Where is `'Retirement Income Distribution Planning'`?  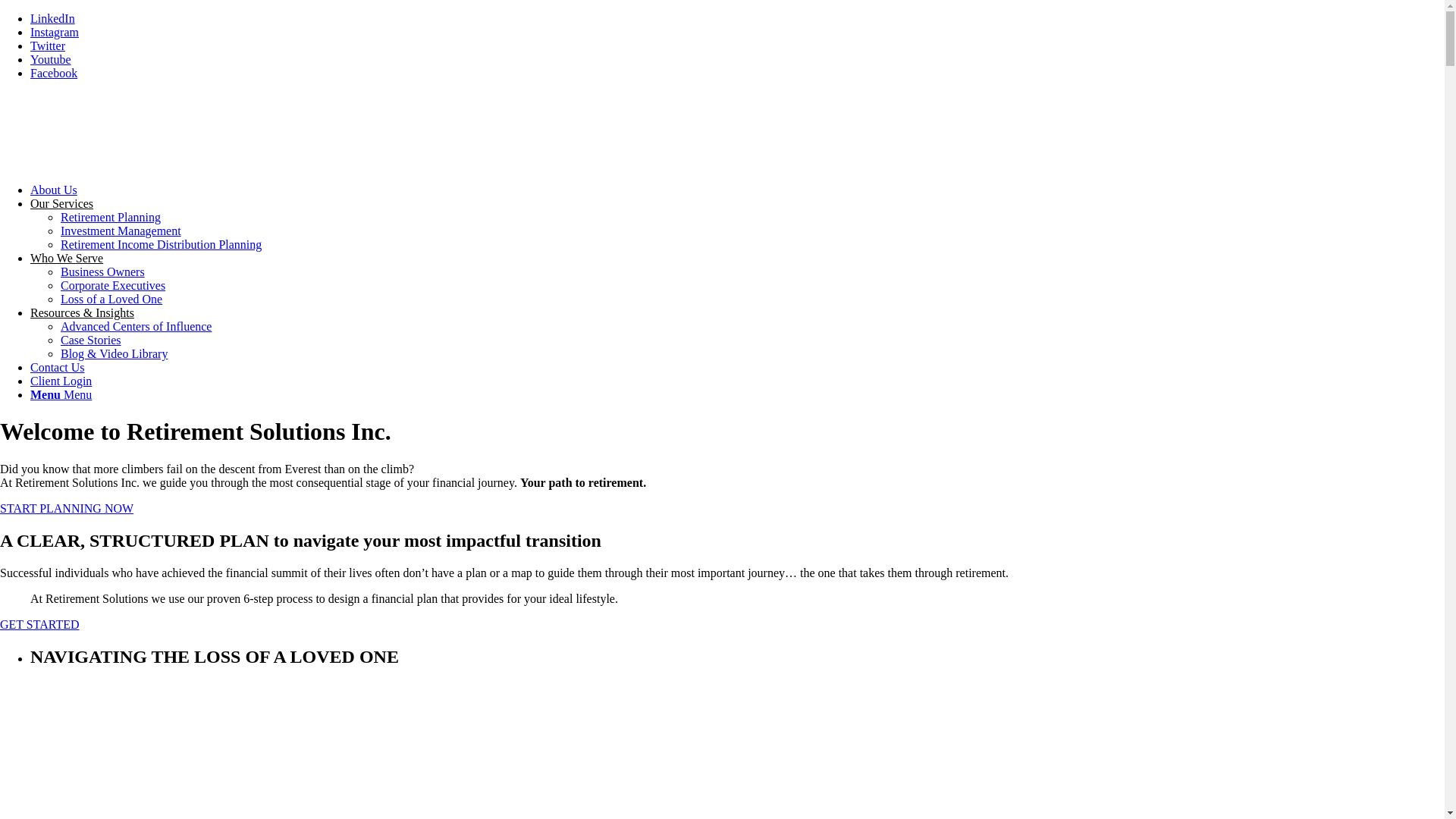 'Retirement Income Distribution Planning' is located at coordinates (61, 243).